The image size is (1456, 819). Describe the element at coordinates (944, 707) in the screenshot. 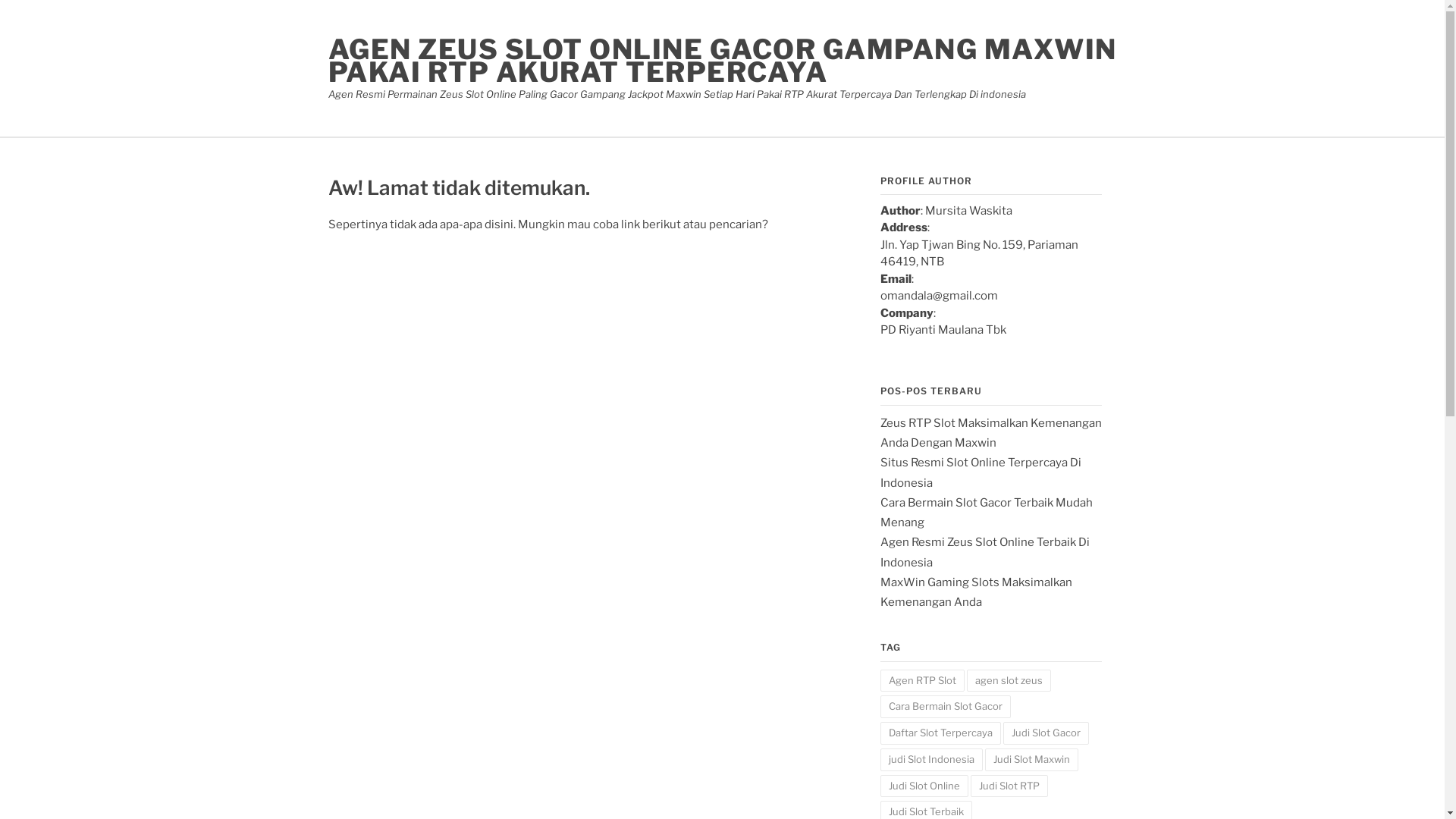

I see `'Cara Bermain Slot Gacor'` at that location.